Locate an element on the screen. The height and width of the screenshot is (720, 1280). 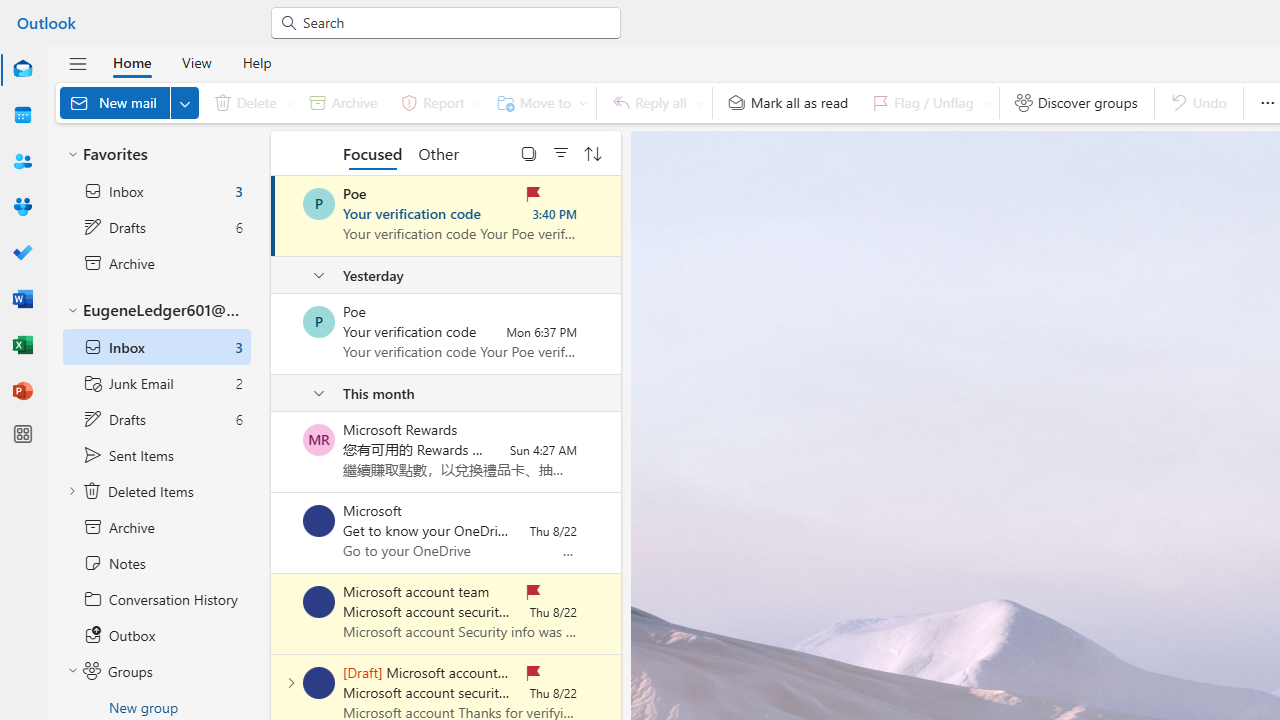
'View' is located at coordinates (196, 61).